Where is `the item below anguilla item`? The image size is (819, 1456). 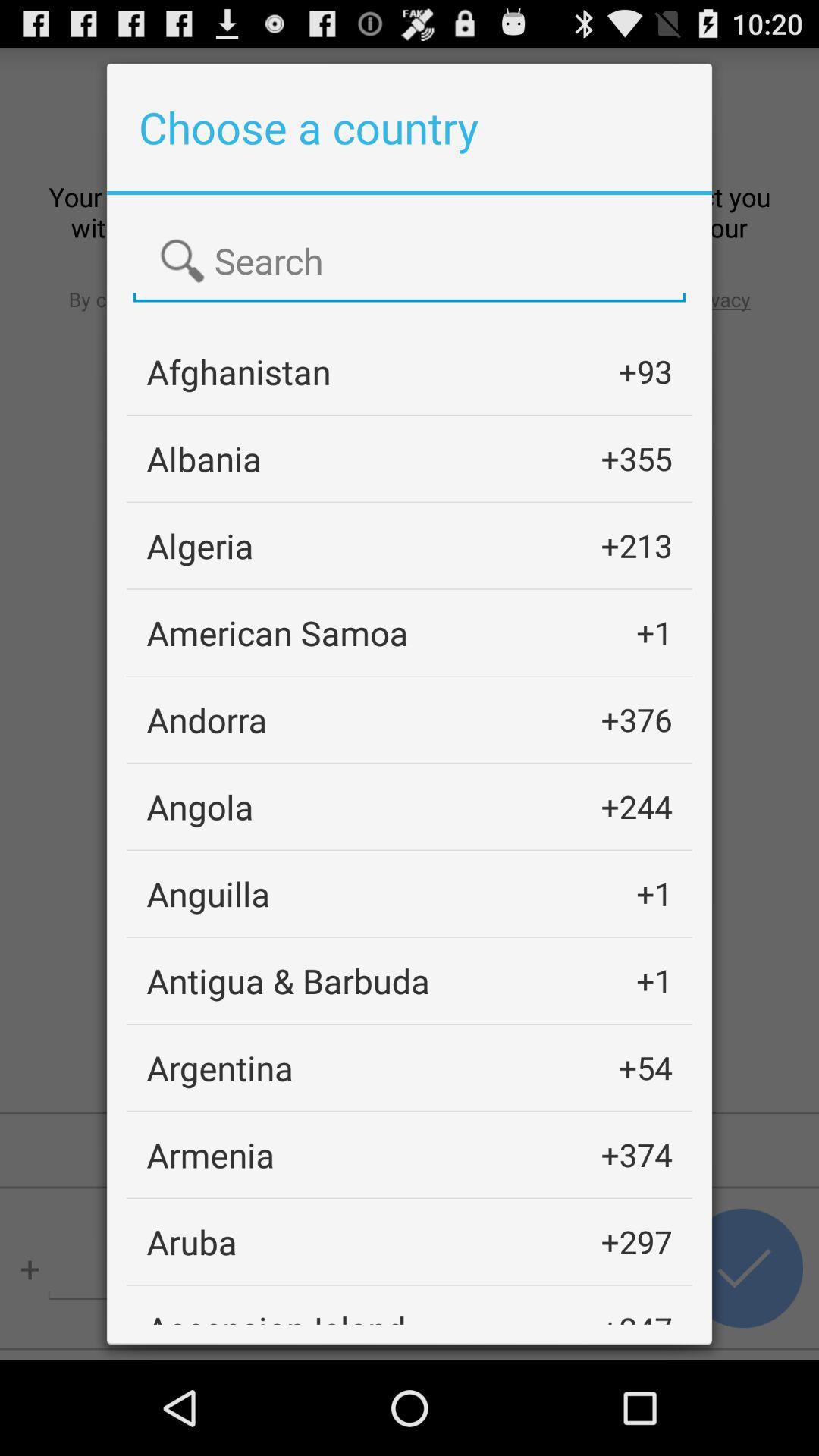
the item below anguilla item is located at coordinates (288, 981).